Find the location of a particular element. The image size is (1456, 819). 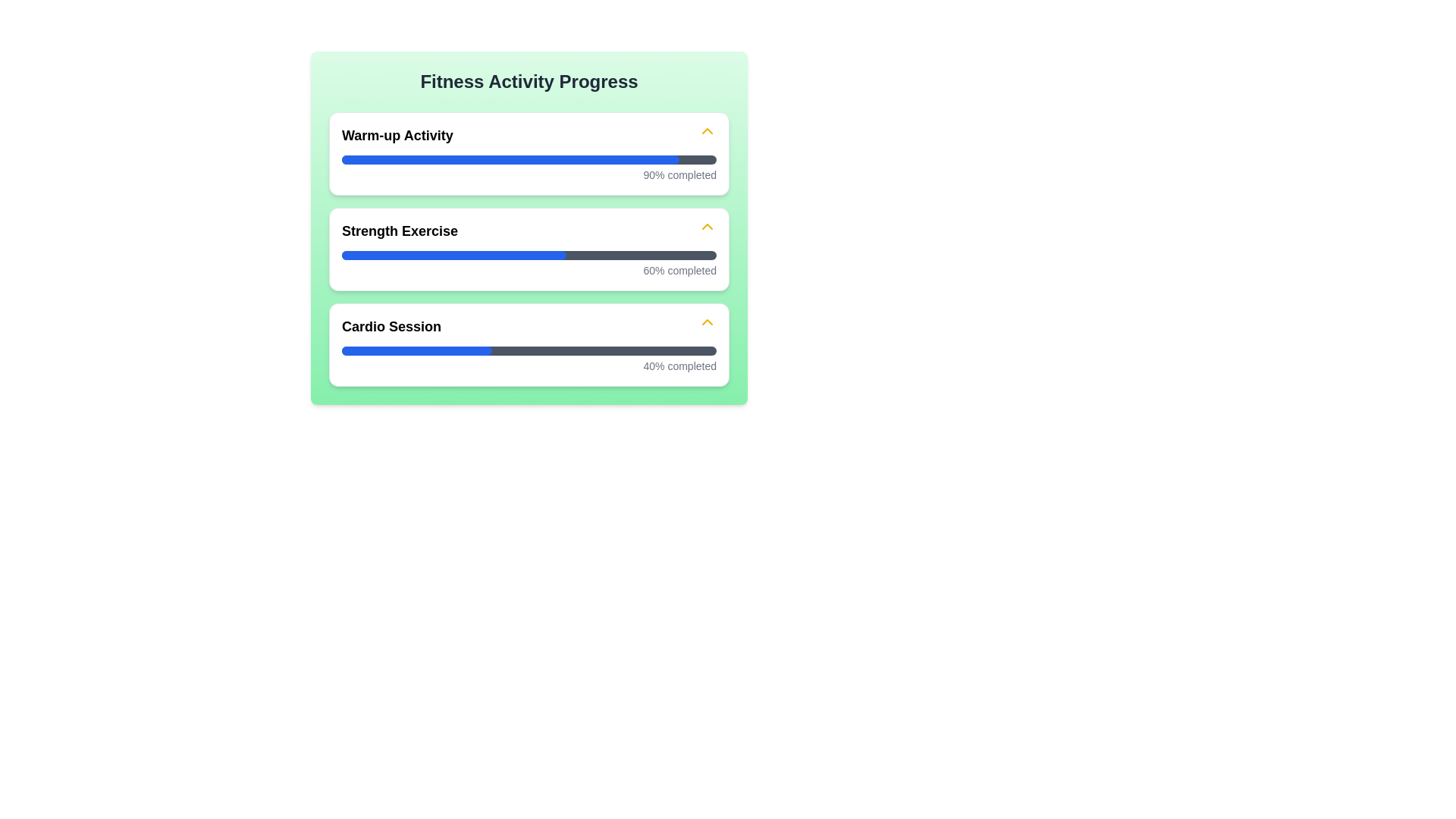

the progress bar segment representing 90% completion for the 'Warm-up Activity' section is located at coordinates (510, 160).